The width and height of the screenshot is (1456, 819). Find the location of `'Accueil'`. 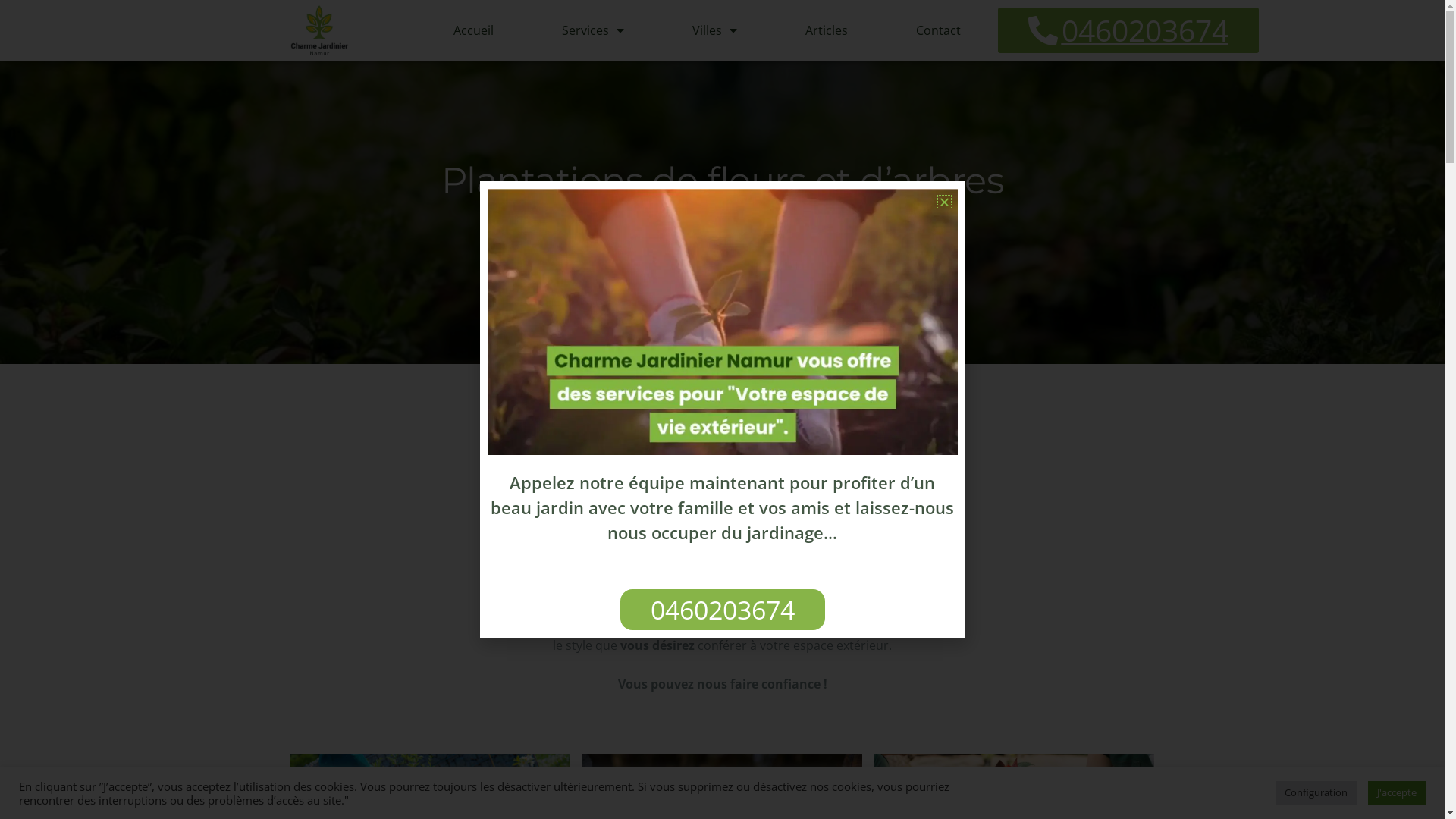

'Accueil' is located at coordinates (472, 30).